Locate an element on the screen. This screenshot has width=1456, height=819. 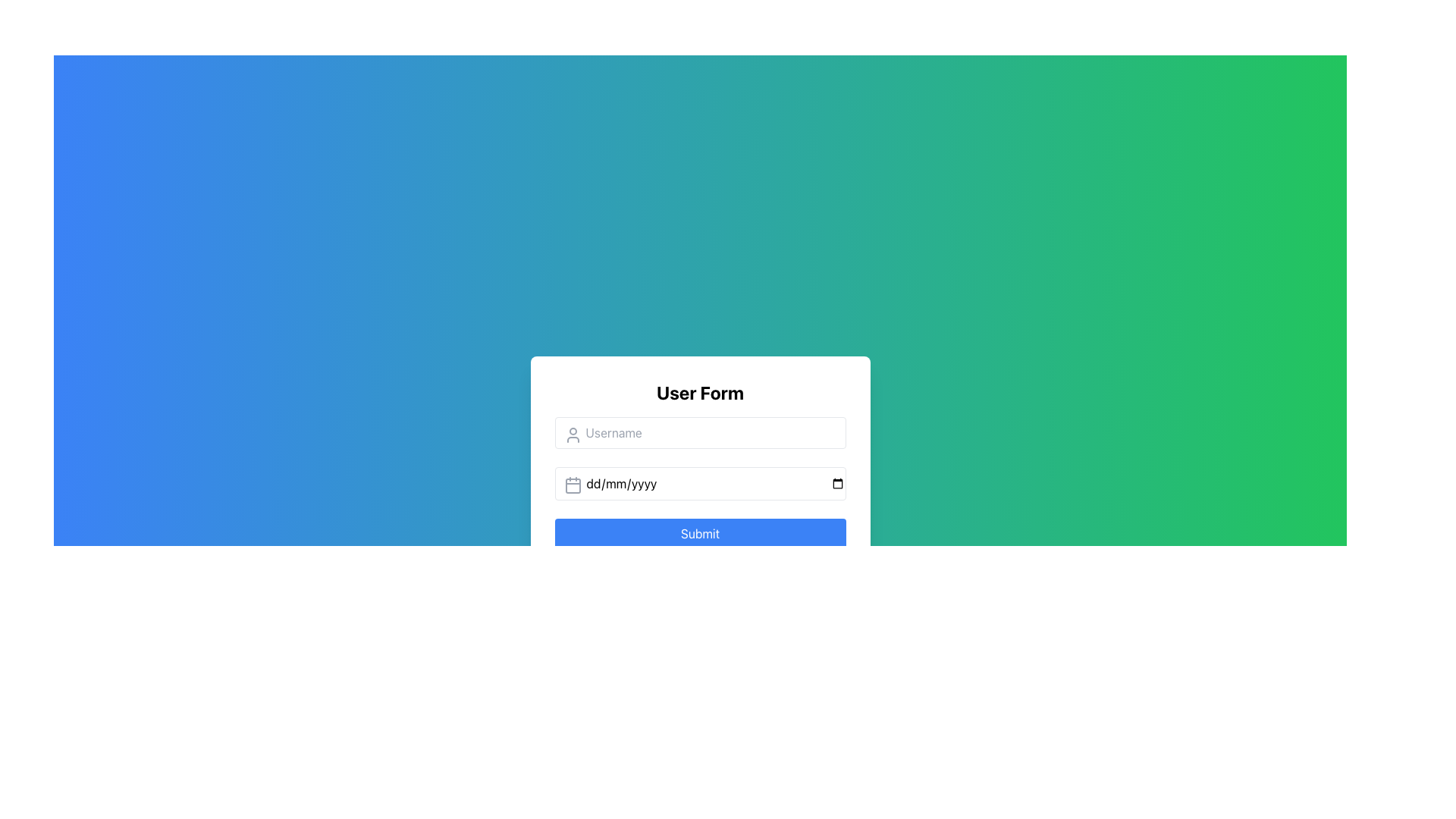
the second input field for date selection within the 'User Form' panel is located at coordinates (699, 482).